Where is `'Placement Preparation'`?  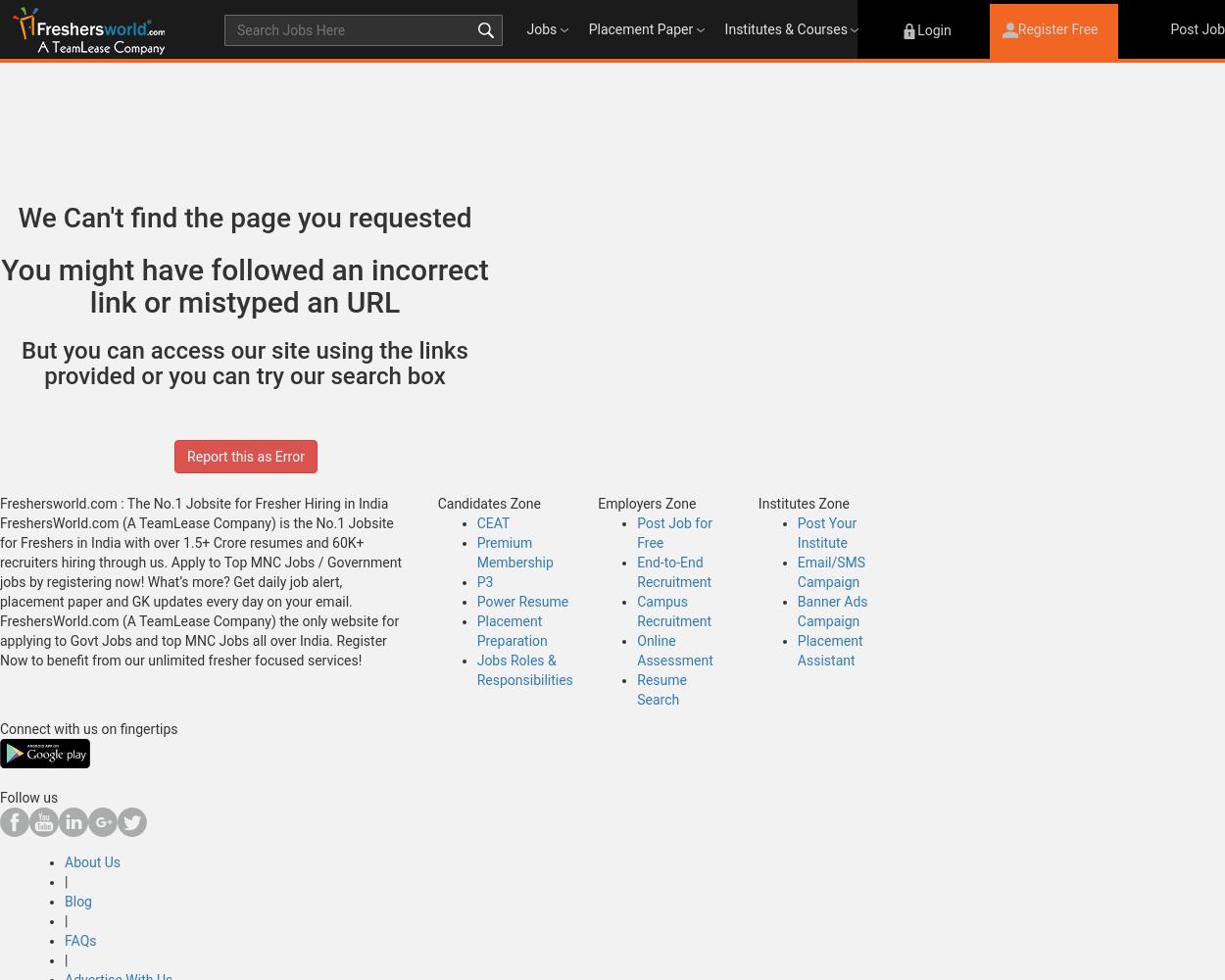 'Placement Preparation' is located at coordinates (512, 631).